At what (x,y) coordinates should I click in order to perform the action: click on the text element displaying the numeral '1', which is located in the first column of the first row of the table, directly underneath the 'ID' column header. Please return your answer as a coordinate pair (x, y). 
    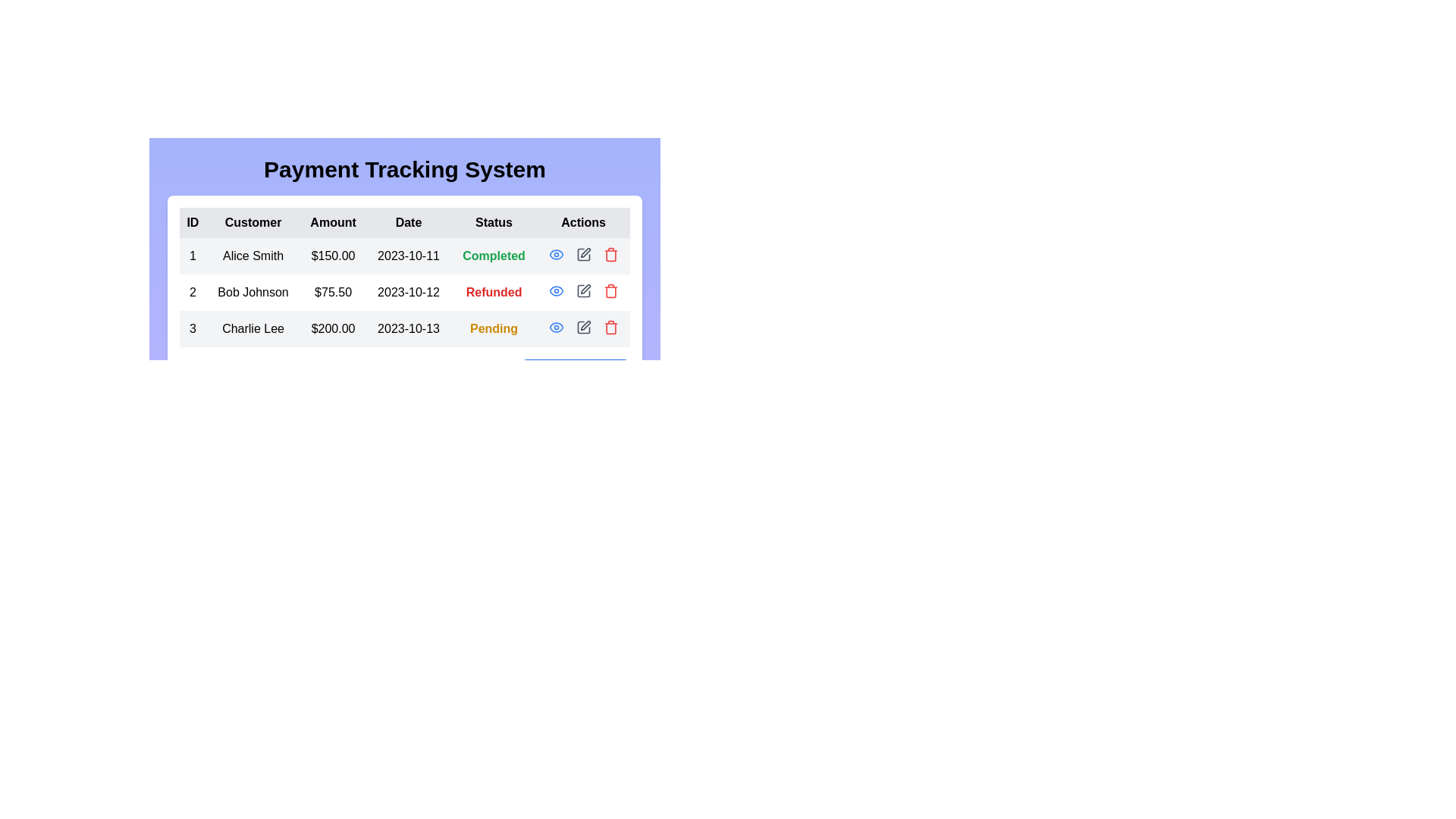
    Looking at the image, I should click on (192, 256).